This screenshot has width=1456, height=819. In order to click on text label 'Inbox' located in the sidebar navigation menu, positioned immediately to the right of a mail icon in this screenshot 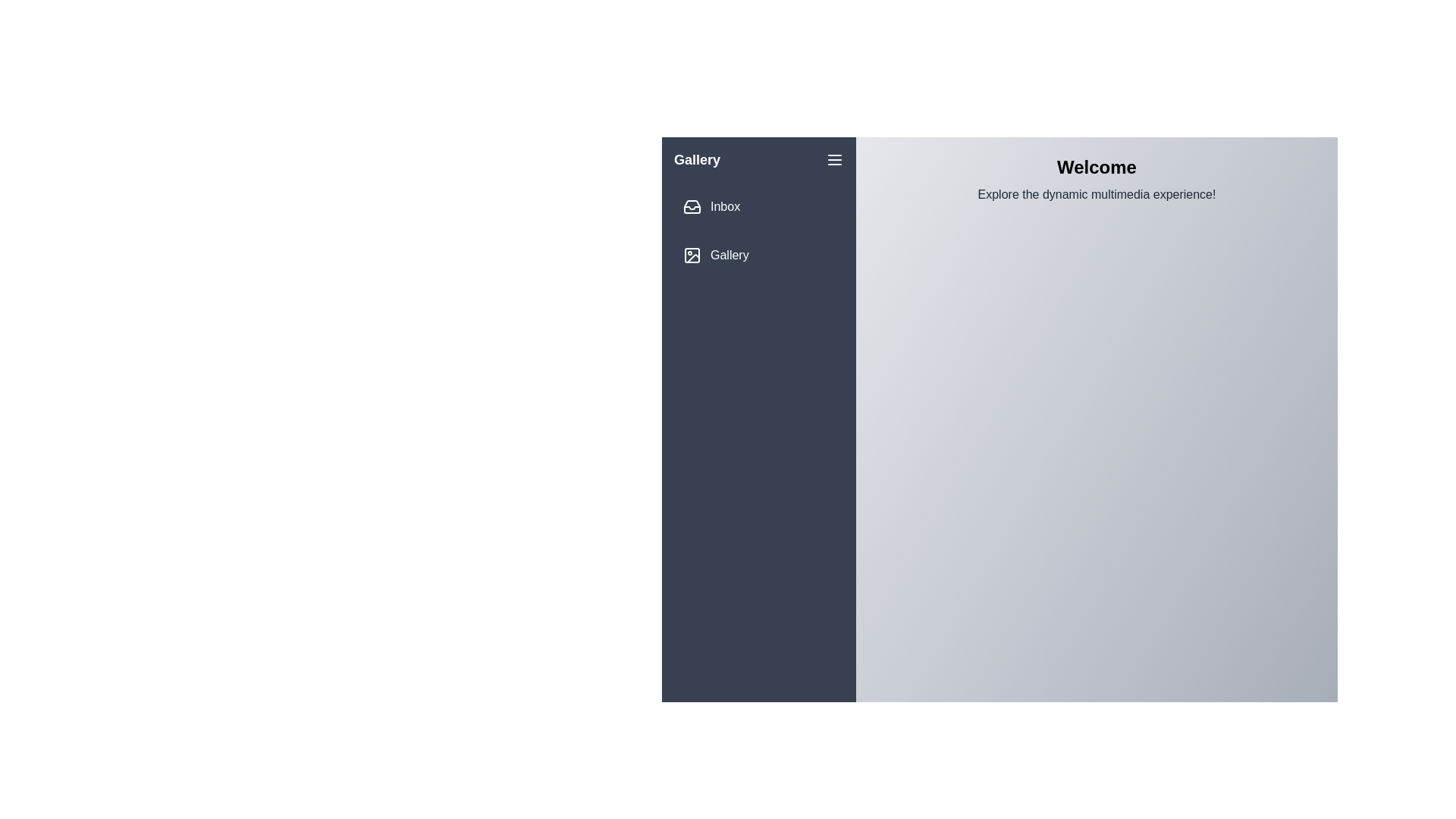, I will do `click(724, 207)`.